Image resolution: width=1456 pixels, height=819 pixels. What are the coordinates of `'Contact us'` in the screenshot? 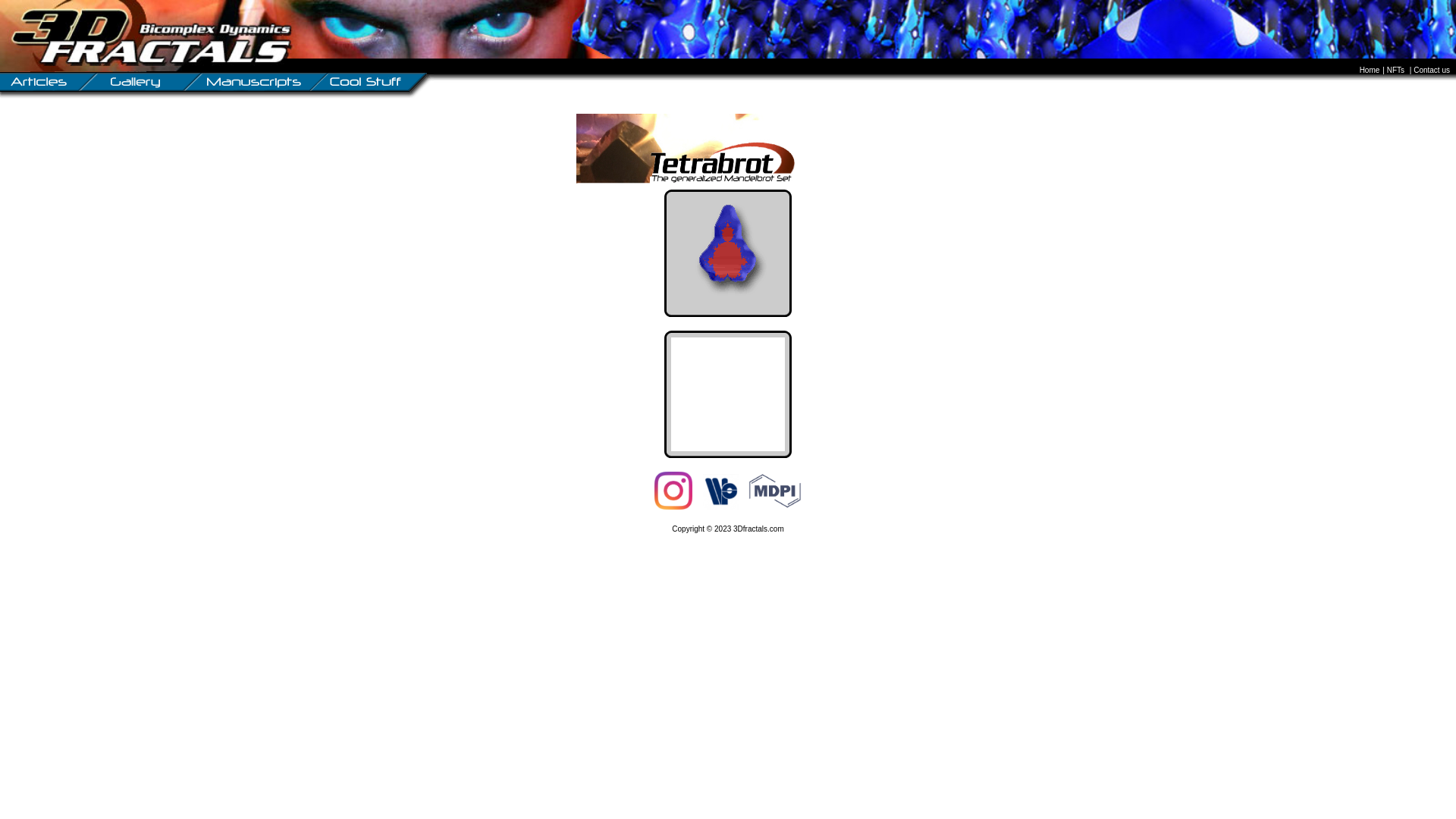 It's located at (1412, 70).